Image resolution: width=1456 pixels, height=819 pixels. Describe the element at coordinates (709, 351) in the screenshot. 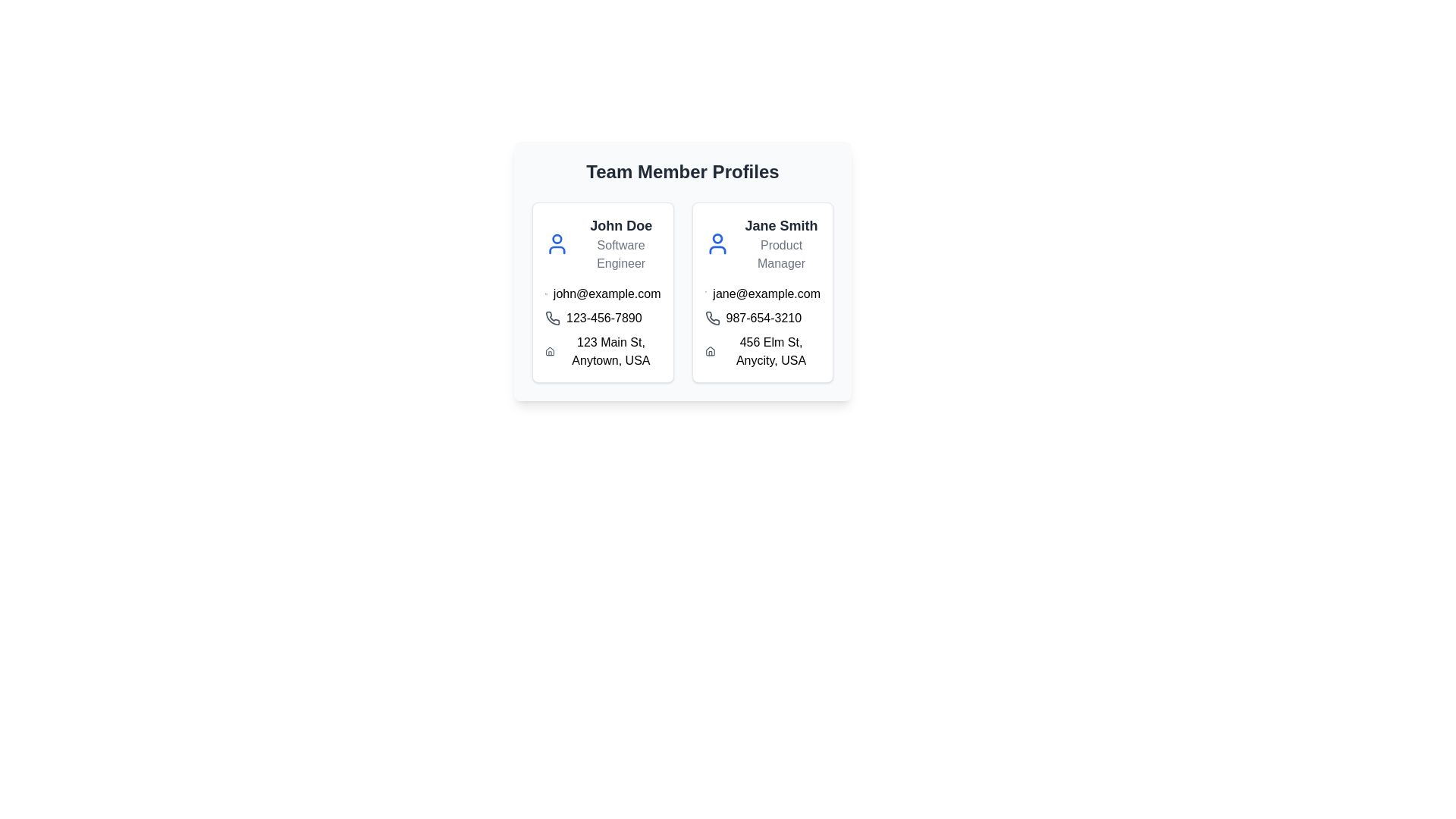

I see `the house icon representing Jane Smith's address section, located in the Team Member Profiles component` at that location.